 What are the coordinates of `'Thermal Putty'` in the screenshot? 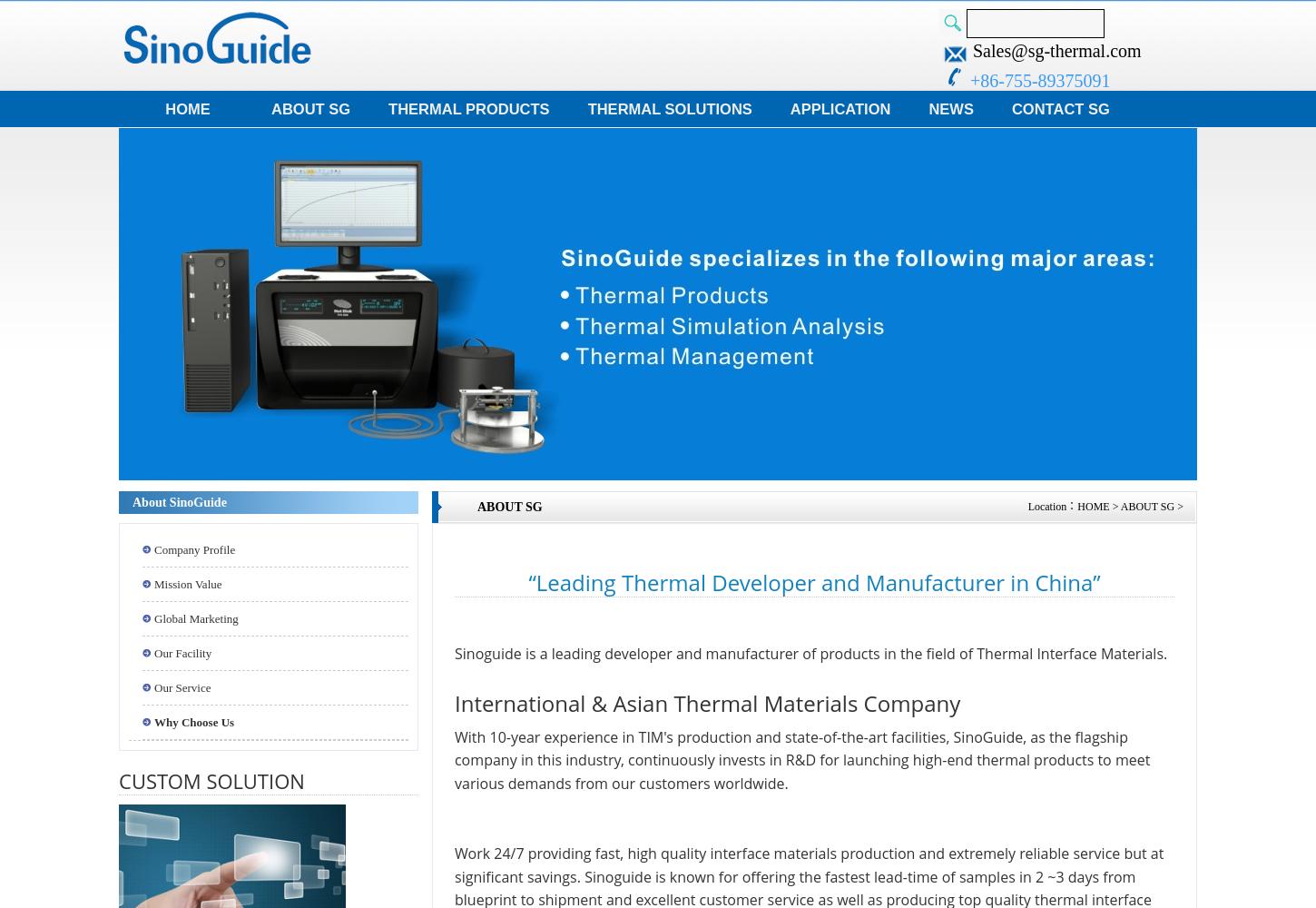 It's located at (57, 130).